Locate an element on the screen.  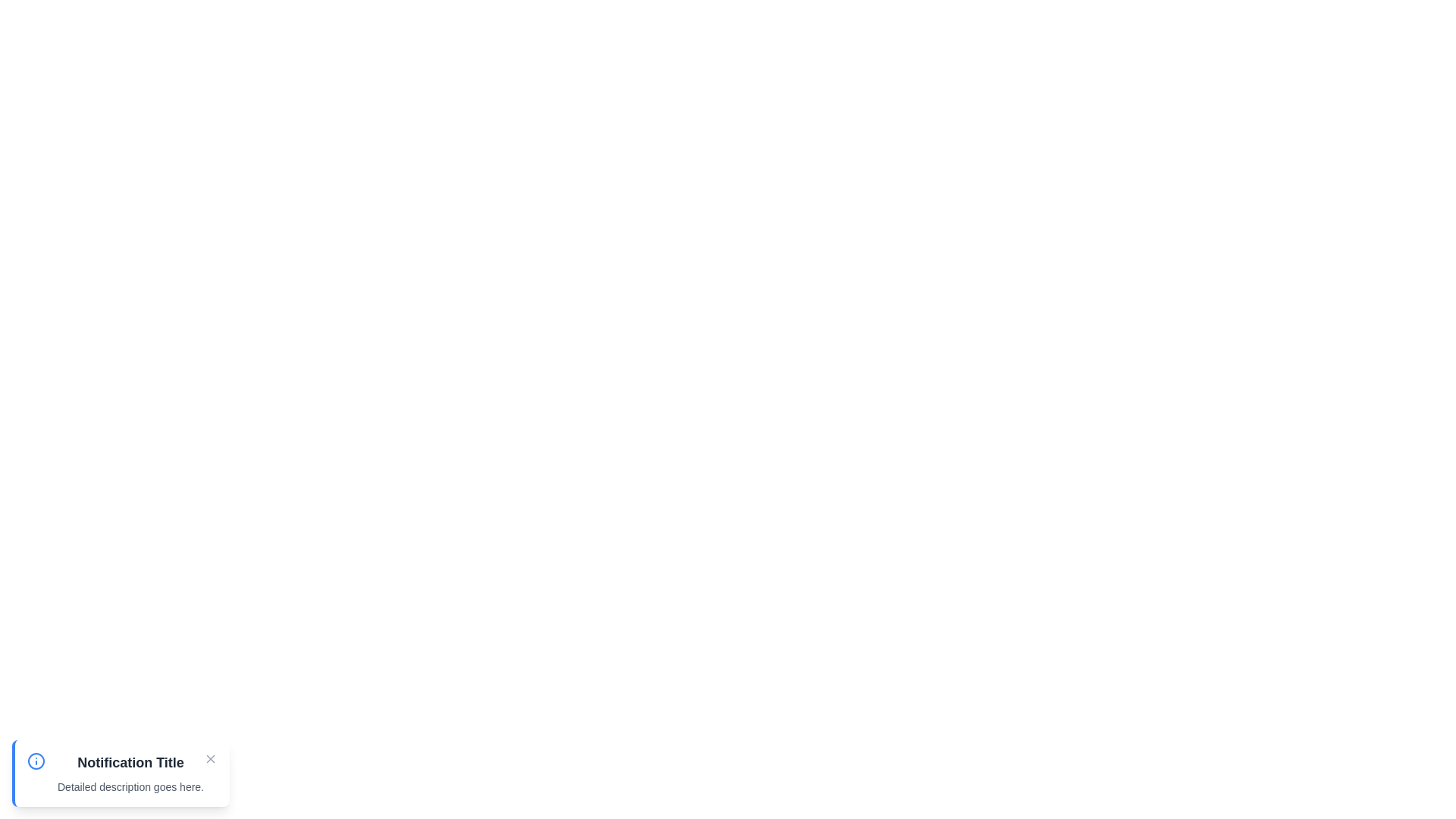
the icon to explore its functionality is located at coordinates (36, 761).